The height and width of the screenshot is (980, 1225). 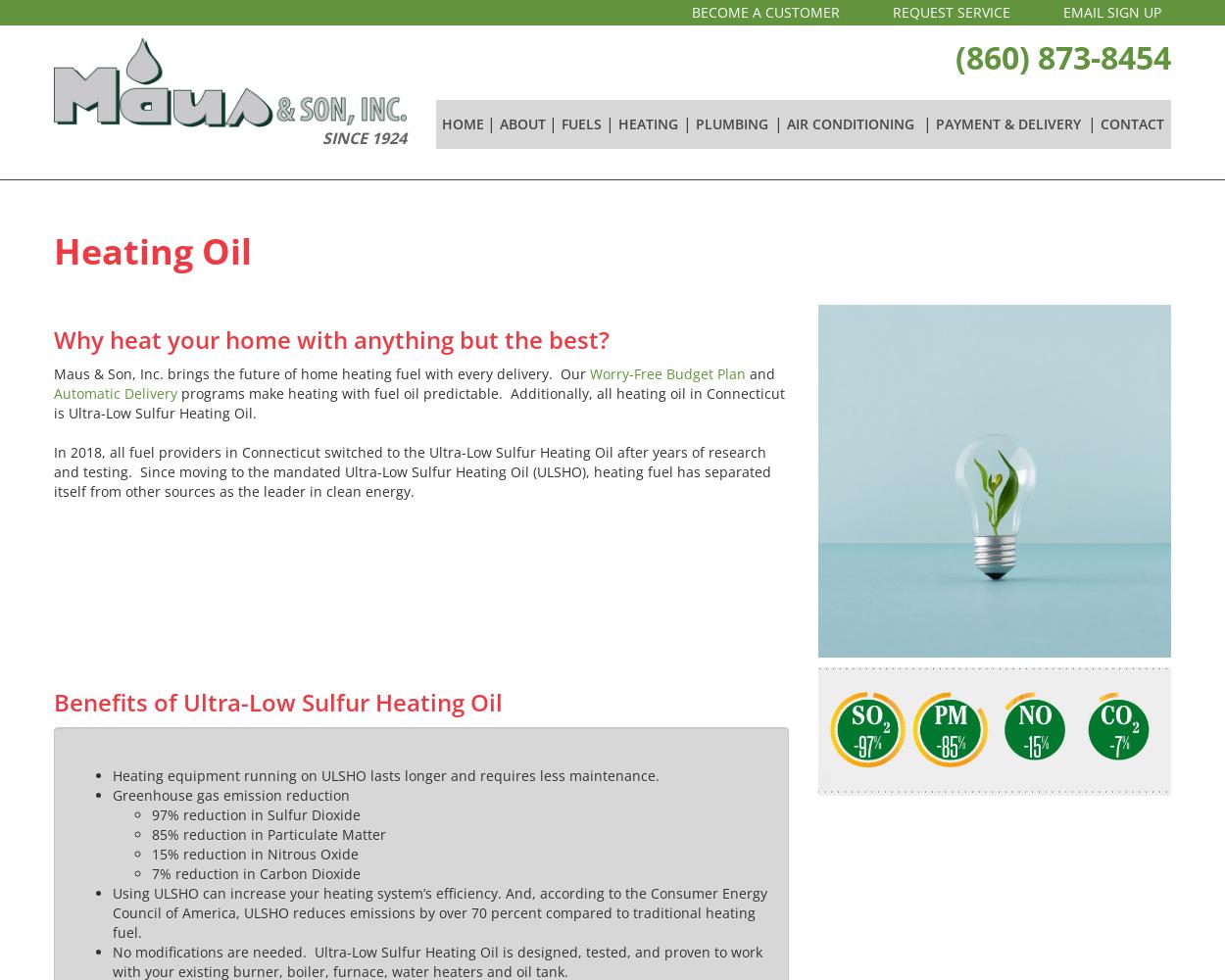 I want to click on 'EMAIL SIGN UP', so click(x=1062, y=12).